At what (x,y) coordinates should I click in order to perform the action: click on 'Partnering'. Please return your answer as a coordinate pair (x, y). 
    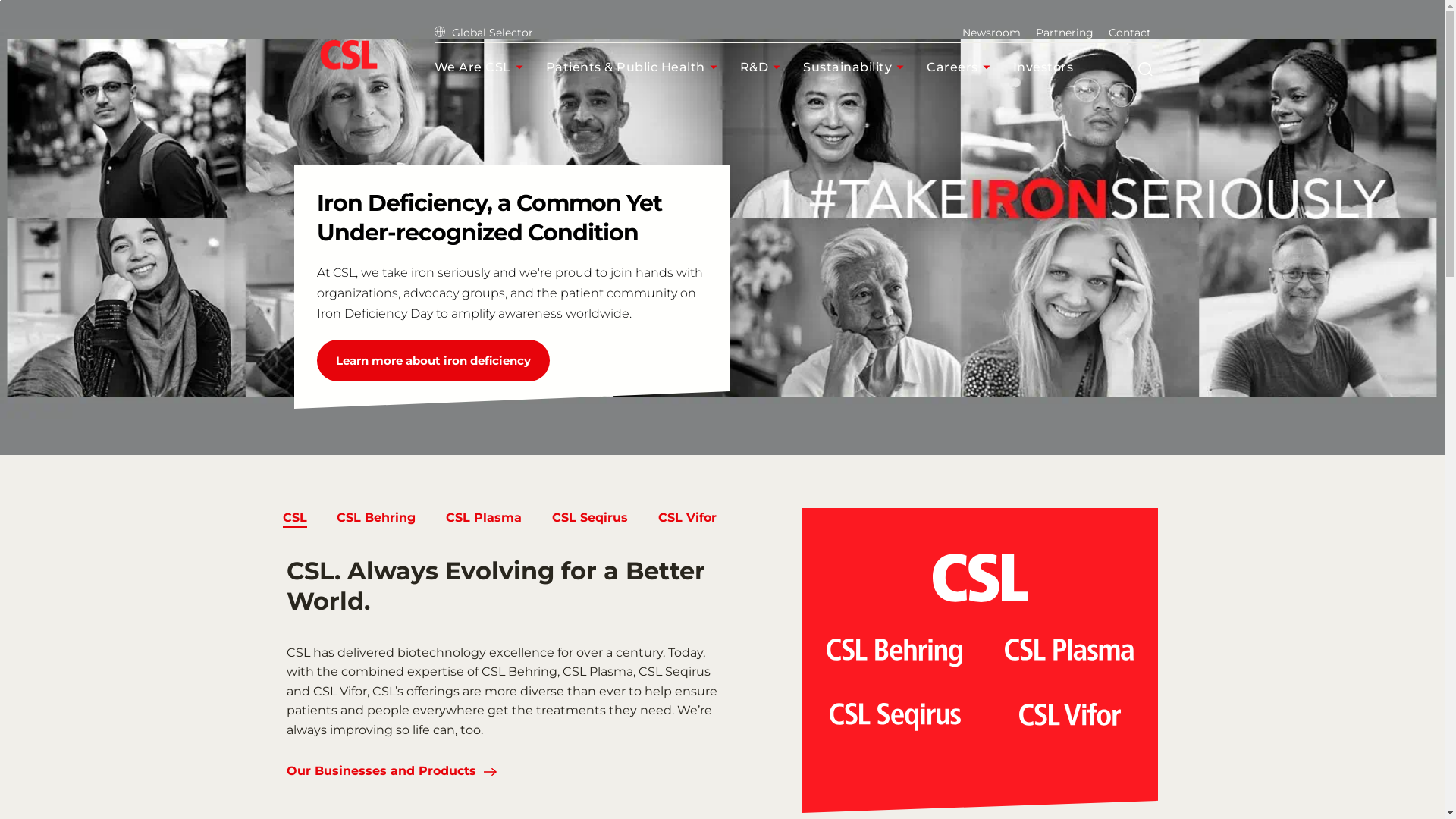
    Looking at the image, I should click on (1063, 32).